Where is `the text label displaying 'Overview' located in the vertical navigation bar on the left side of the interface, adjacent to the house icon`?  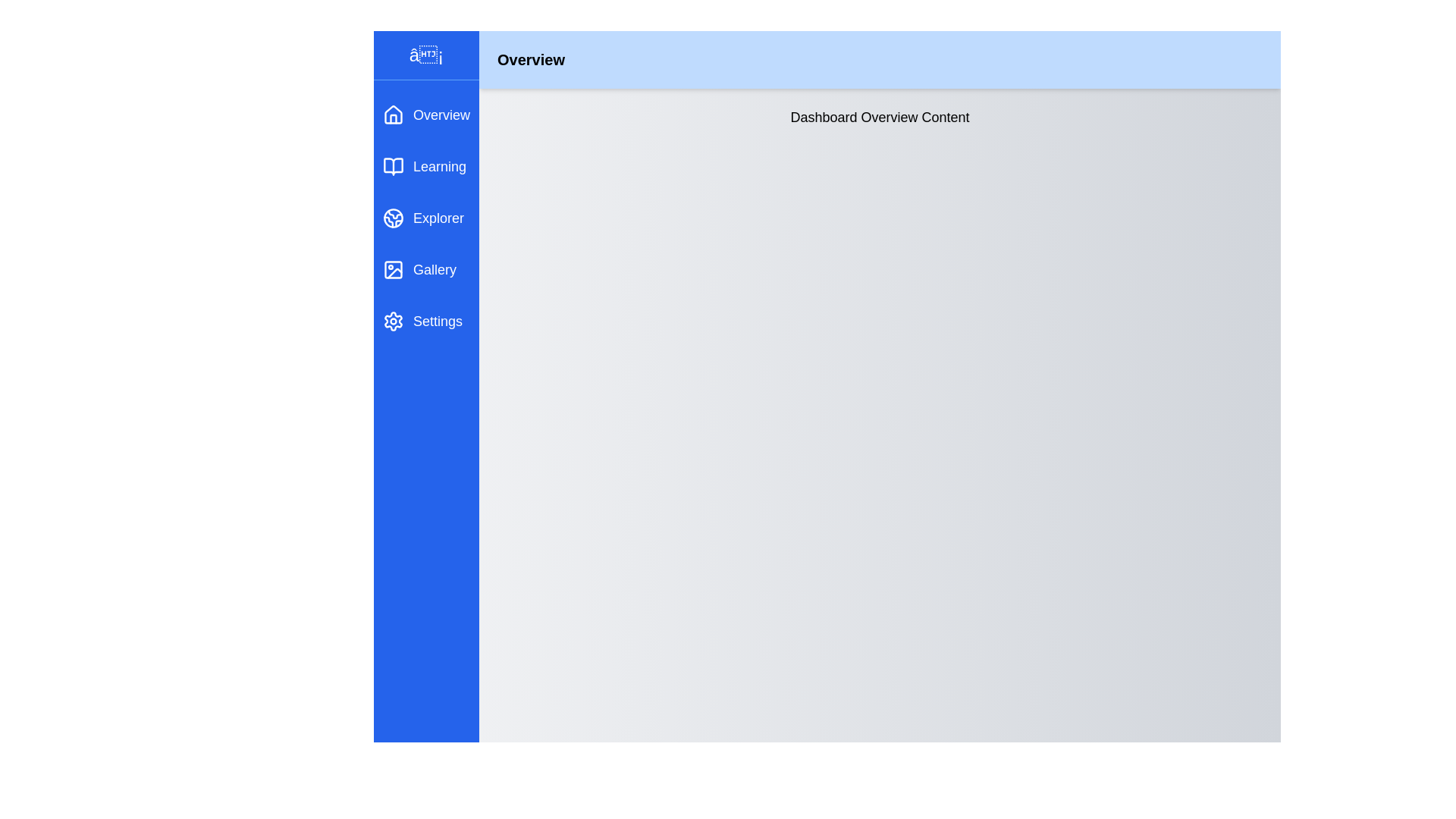 the text label displaying 'Overview' located in the vertical navigation bar on the left side of the interface, adjacent to the house icon is located at coordinates (441, 114).